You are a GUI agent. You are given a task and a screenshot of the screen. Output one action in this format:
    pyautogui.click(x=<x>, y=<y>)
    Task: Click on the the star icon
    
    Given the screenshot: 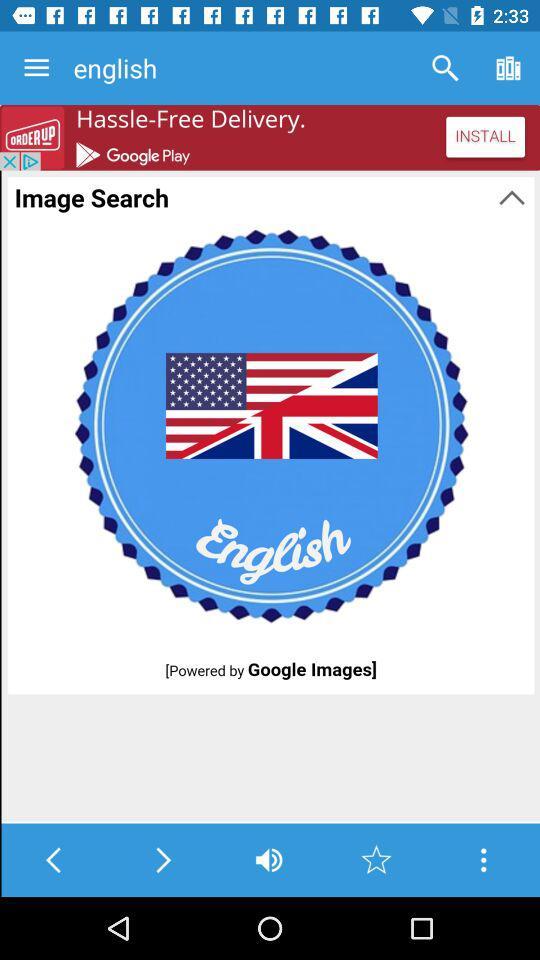 What is the action you would take?
    pyautogui.click(x=376, y=859)
    